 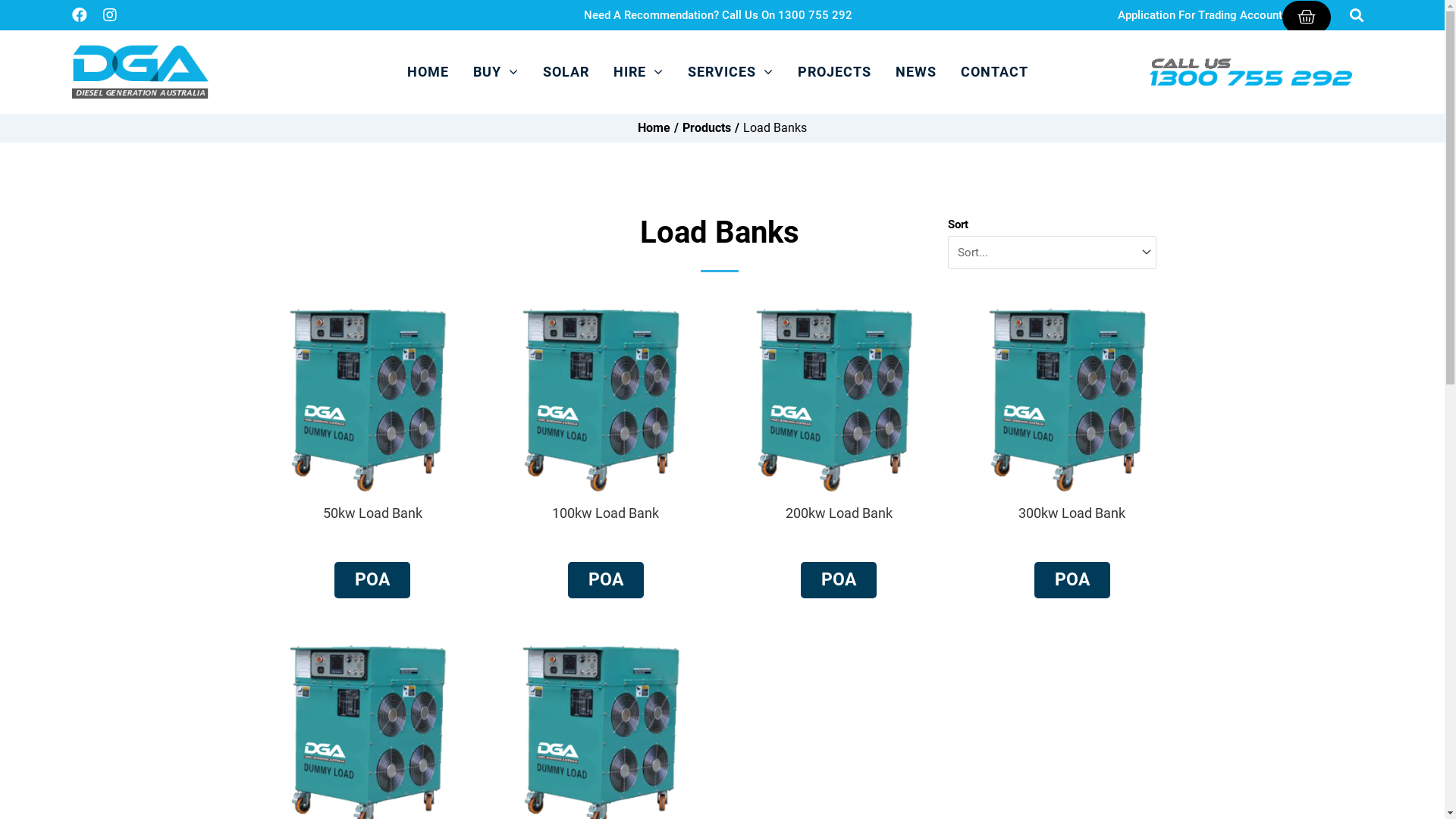 What do you see at coordinates (427, 72) in the screenshot?
I see `'HOME'` at bounding box center [427, 72].